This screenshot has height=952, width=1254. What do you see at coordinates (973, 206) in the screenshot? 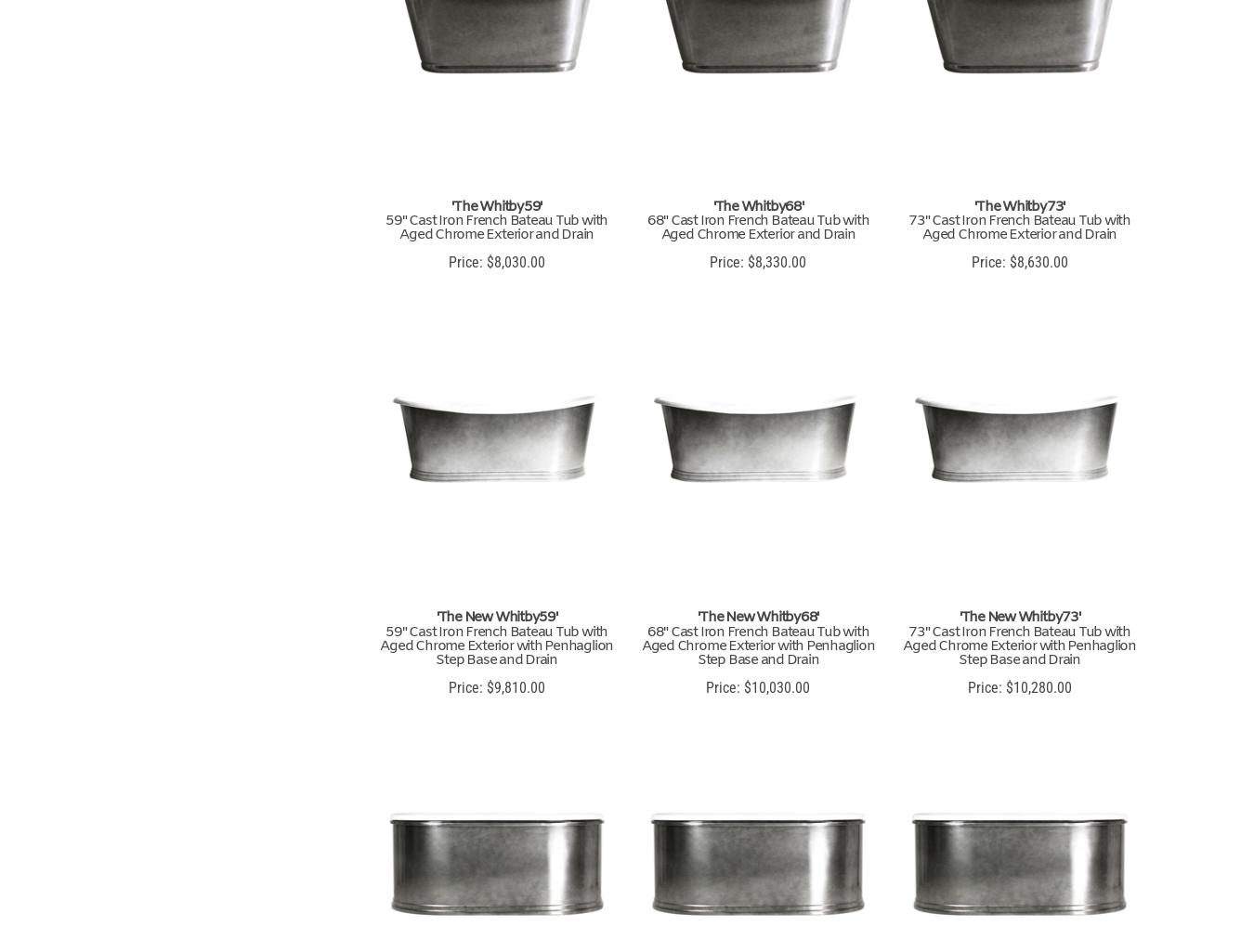
I see `''The Whitby73''` at bounding box center [973, 206].